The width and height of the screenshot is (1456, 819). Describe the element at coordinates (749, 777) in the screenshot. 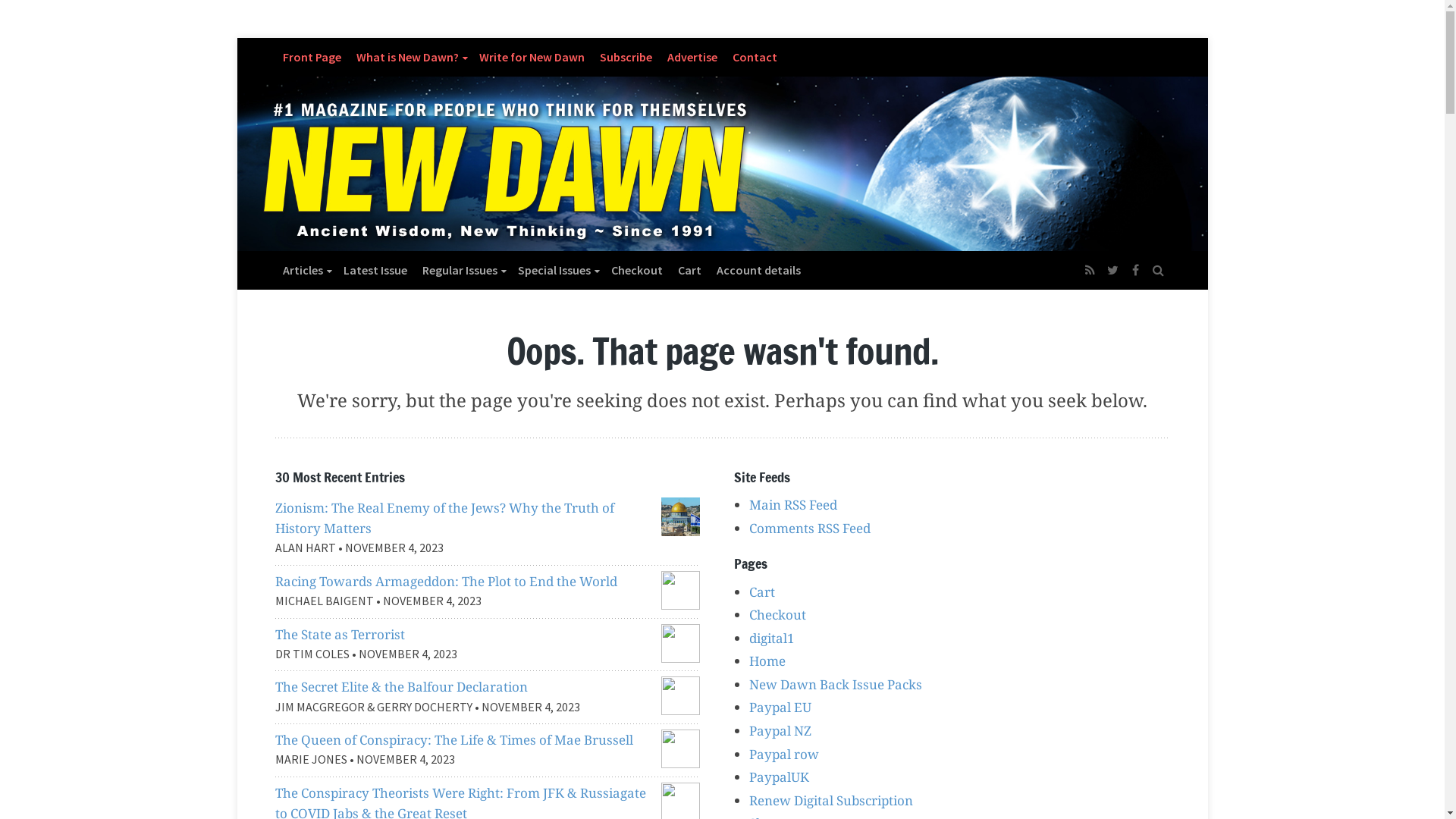

I see `'PaypalUK'` at that location.